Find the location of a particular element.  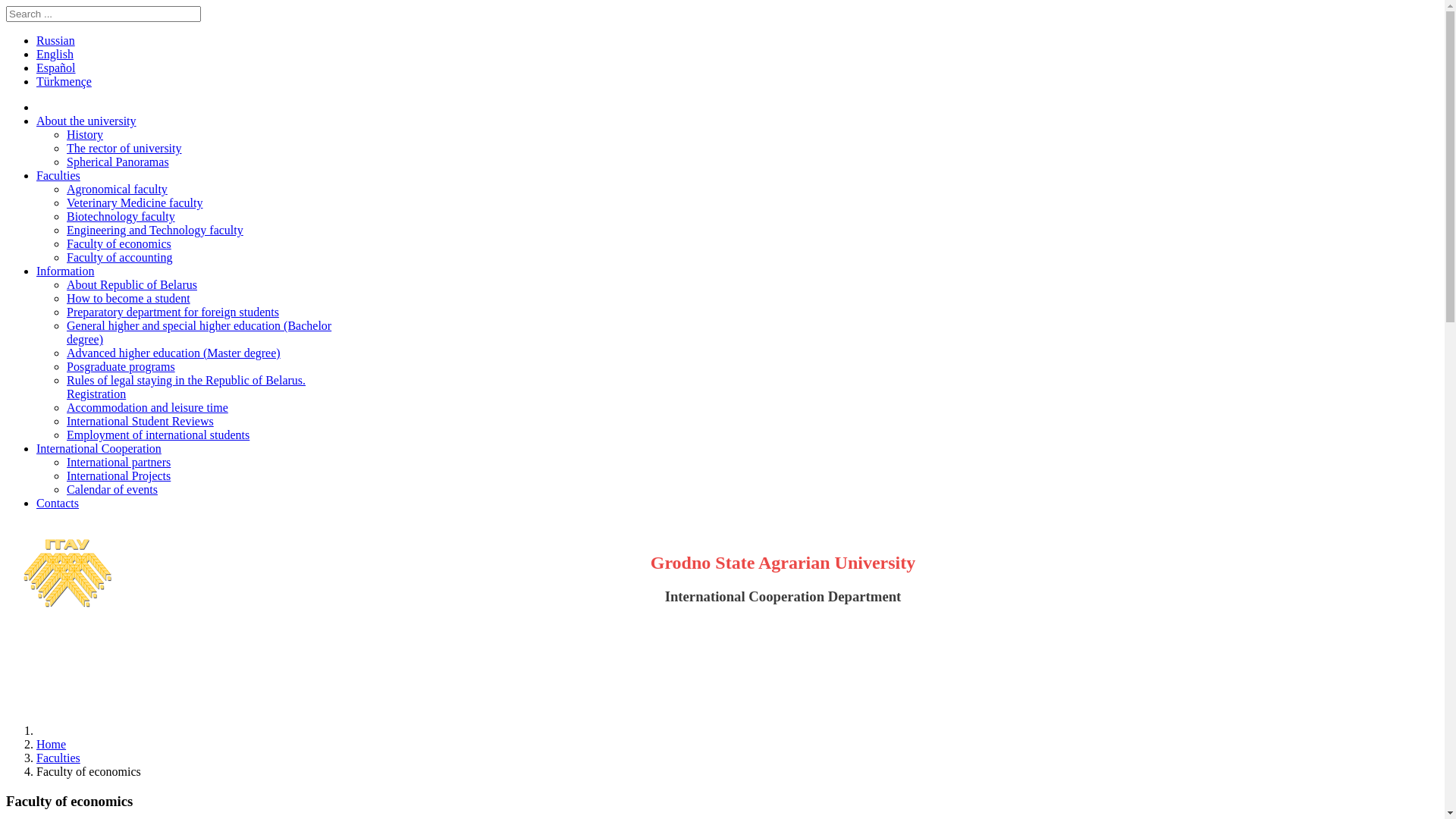

'Veterinary Medicine faculty' is located at coordinates (134, 202).